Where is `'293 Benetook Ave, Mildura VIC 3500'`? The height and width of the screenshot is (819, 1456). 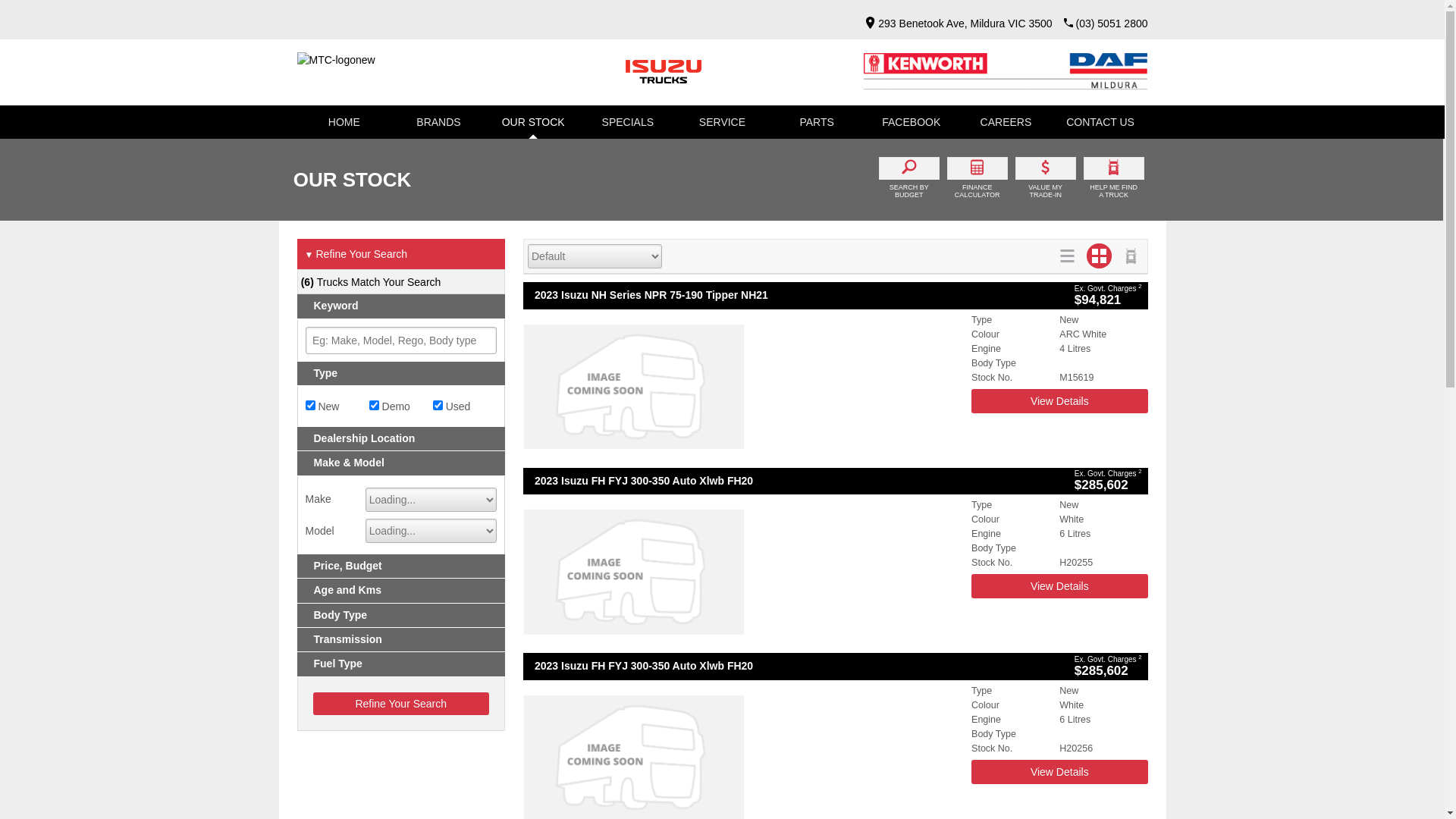
'293 Benetook Ave, Mildura VIC 3500' is located at coordinates (953, 23).